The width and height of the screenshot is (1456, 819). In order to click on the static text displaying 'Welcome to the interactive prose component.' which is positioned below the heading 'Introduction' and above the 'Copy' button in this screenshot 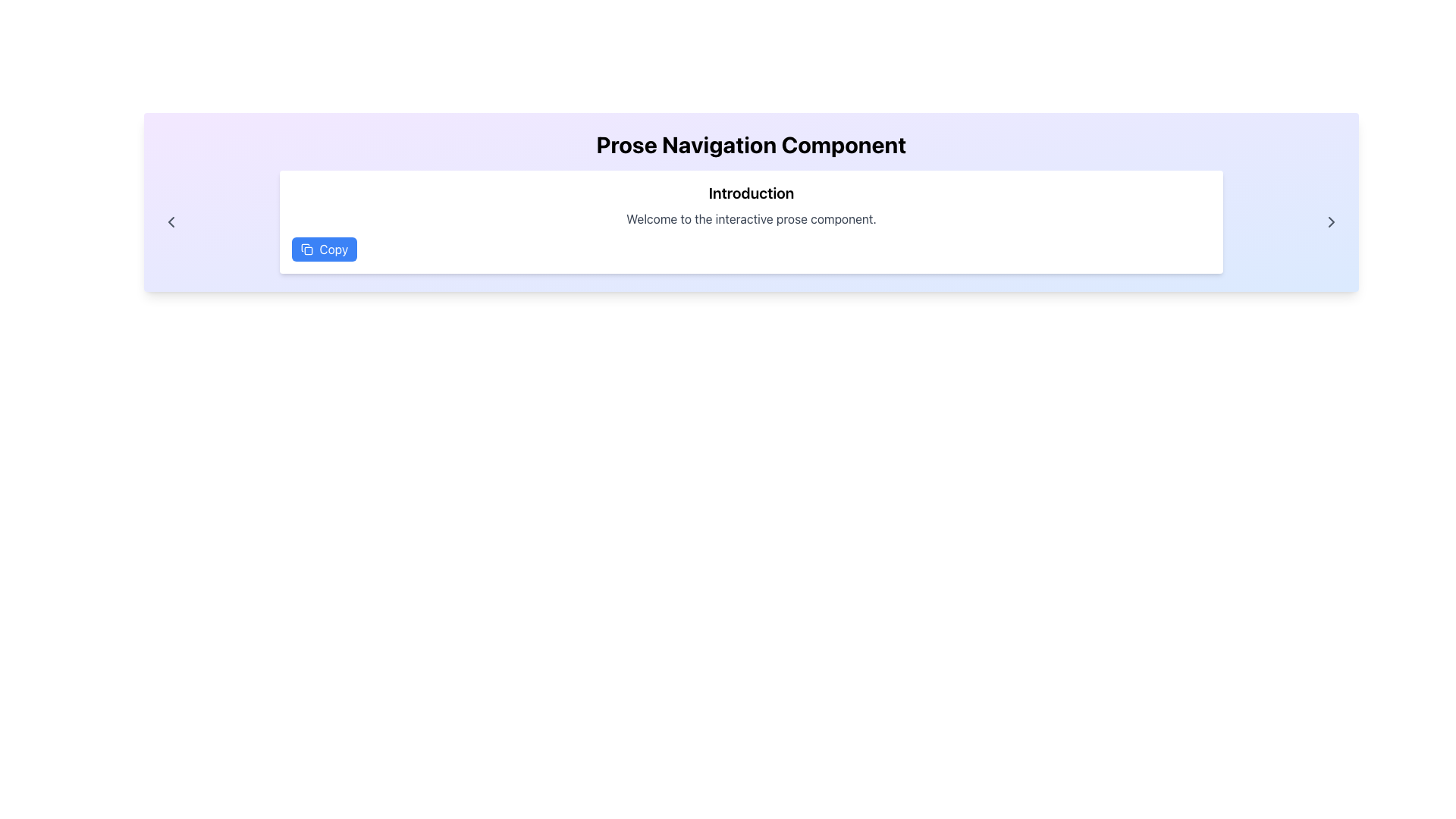, I will do `click(751, 219)`.